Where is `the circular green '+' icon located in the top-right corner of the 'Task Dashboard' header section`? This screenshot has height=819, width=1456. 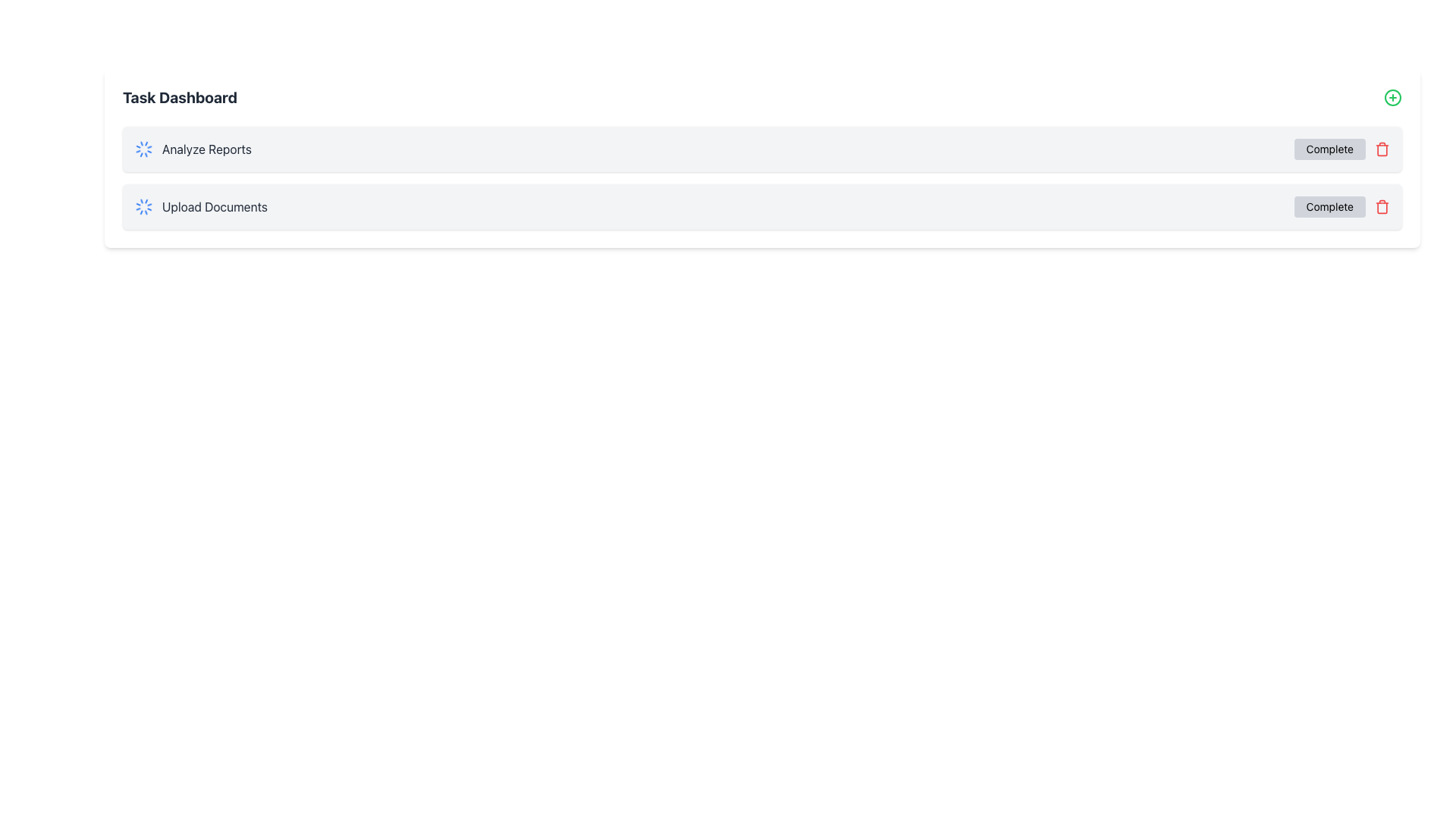
the circular green '+' icon located in the top-right corner of the 'Task Dashboard' header section is located at coordinates (1393, 97).